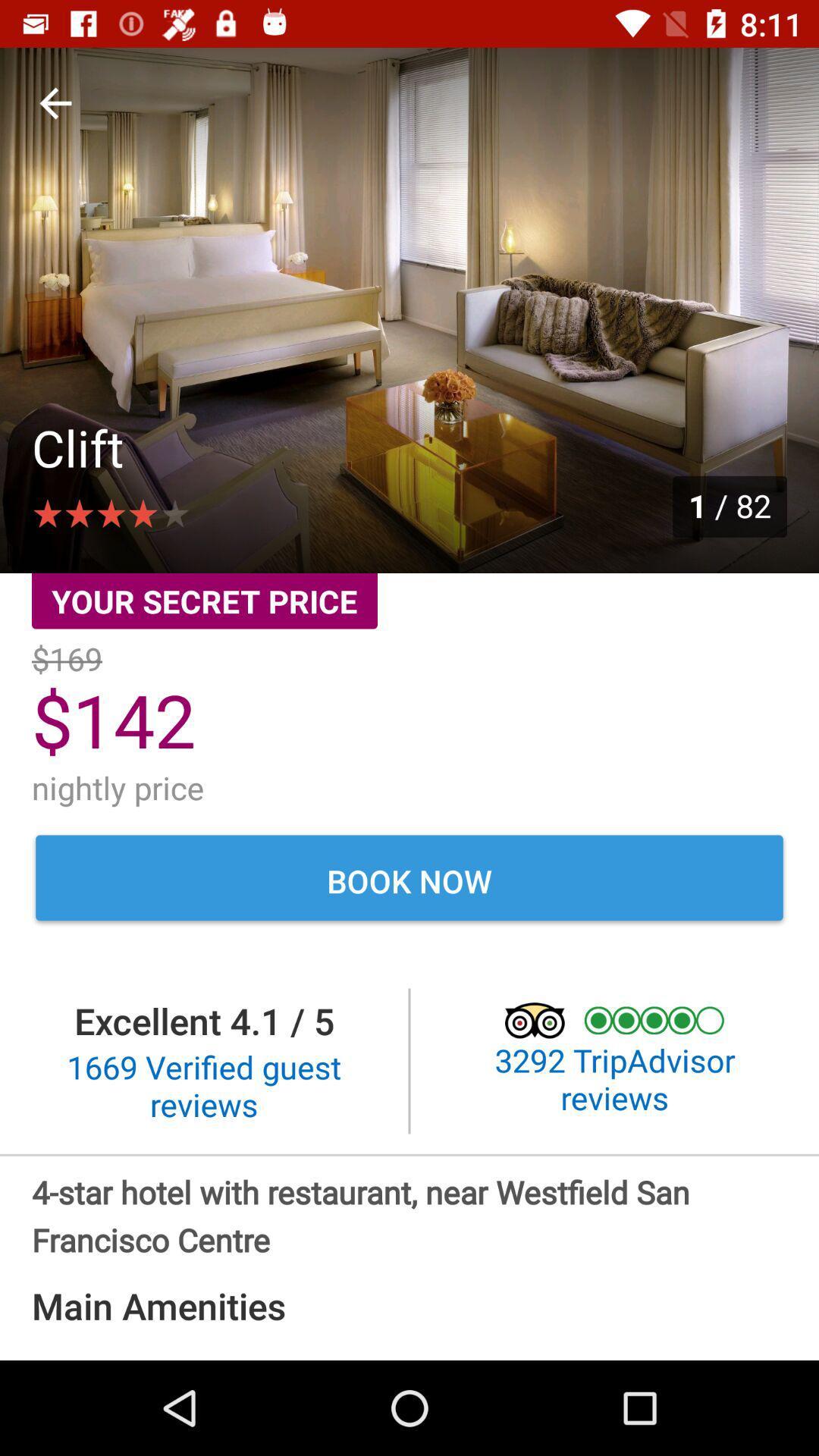 The width and height of the screenshot is (819, 1456). What do you see at coordinates (409, 880) in the screenshot?
I see `book now` at bounding box center [409, 880].